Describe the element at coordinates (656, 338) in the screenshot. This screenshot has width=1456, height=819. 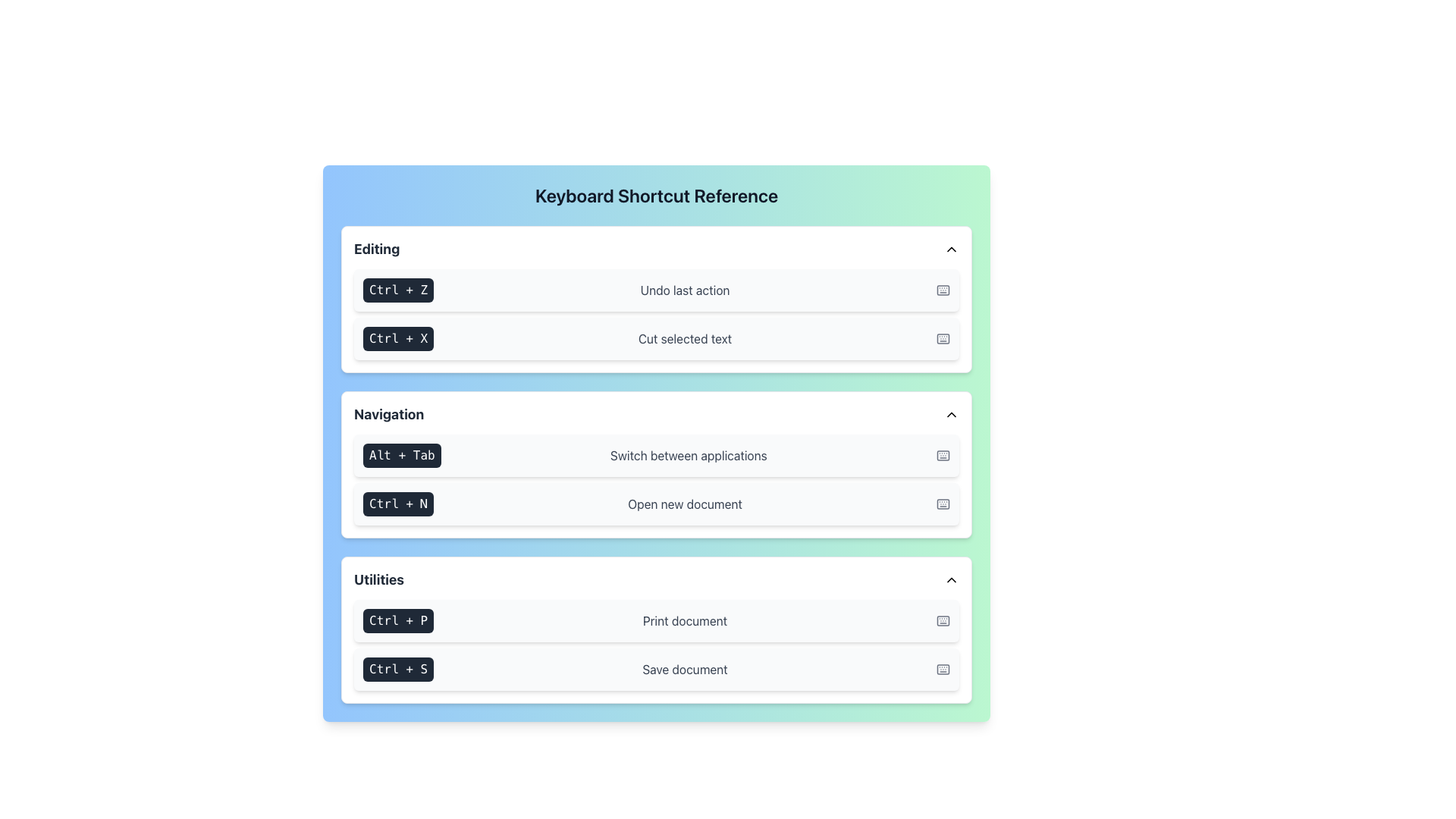
I see `the second item in the 'Editing' category of the keyboard shortcut reference layout, which shows the keyboard shortcut 'Ctrl + X' for cutting selected text` at that location.